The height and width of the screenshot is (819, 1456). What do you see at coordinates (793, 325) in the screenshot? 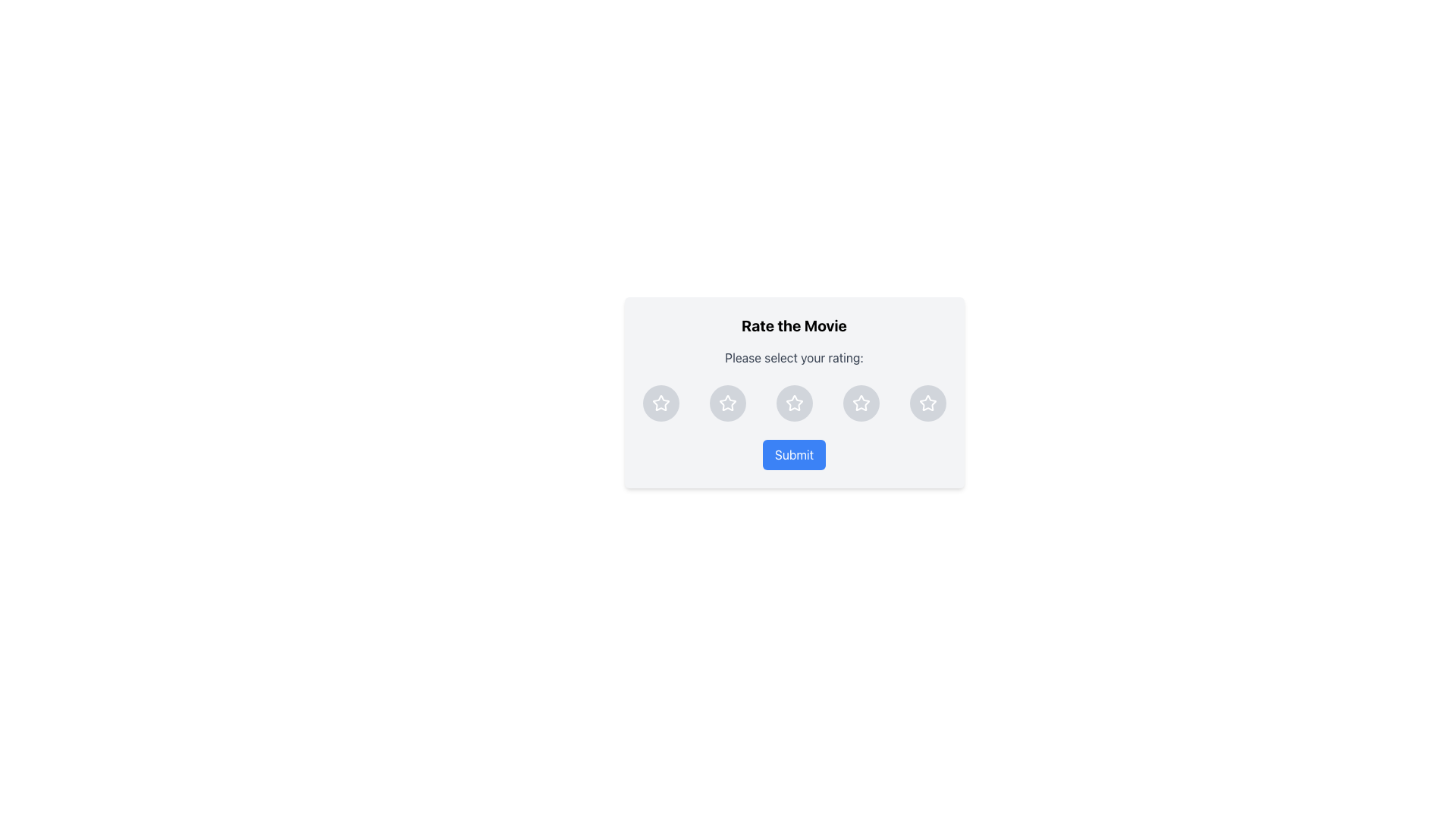
I see `Header Text that serves as a title for the rating interface, positioned at the top of the card-like component above the text 'Please select your rating:'` at bounding box center [793, 325].